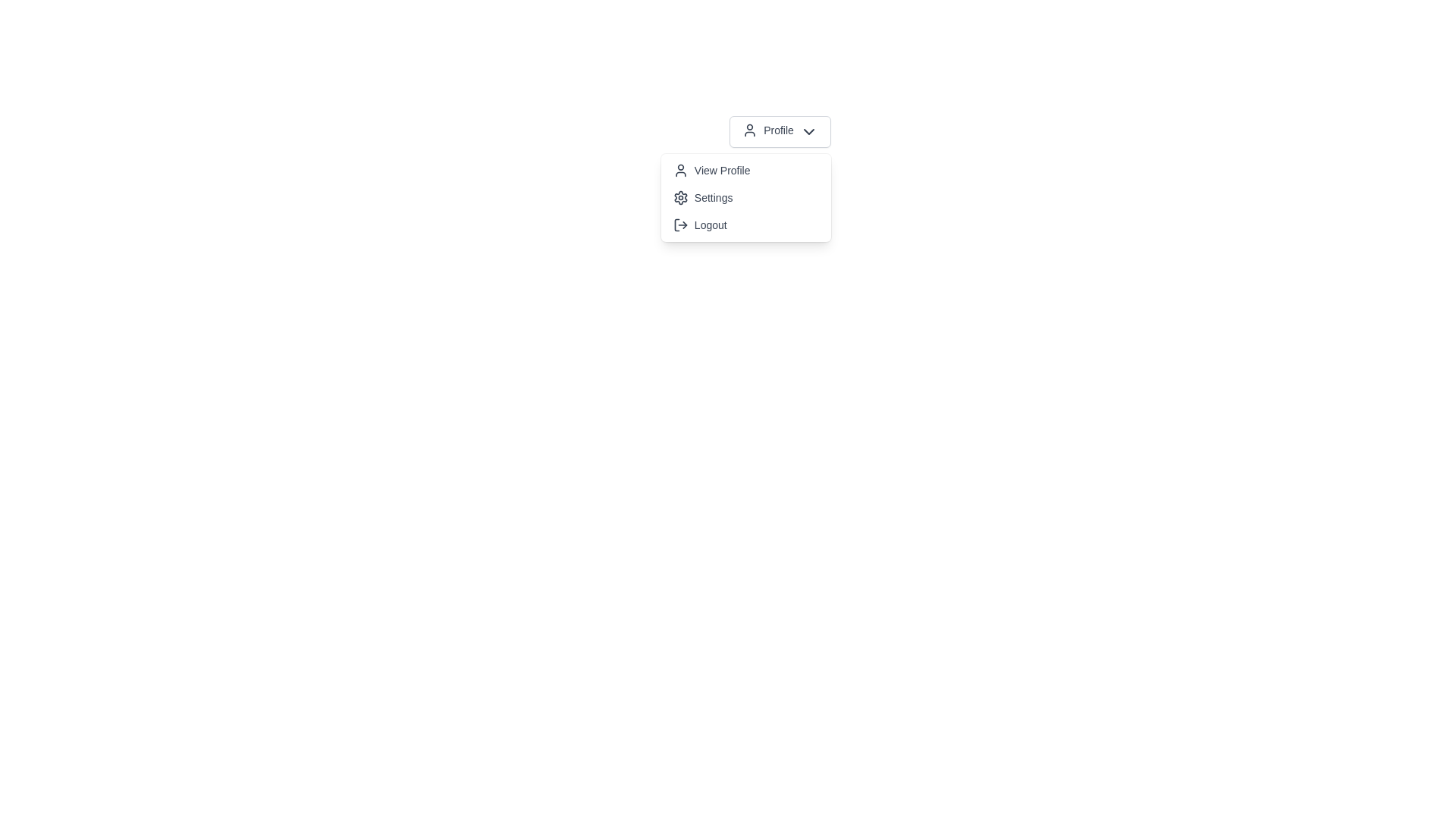  I want to click on the downward-pointing chevron icon styled in dark gray, located to the right of the 'Profile' text label within a rounded rectangular button, so click(808, 130).